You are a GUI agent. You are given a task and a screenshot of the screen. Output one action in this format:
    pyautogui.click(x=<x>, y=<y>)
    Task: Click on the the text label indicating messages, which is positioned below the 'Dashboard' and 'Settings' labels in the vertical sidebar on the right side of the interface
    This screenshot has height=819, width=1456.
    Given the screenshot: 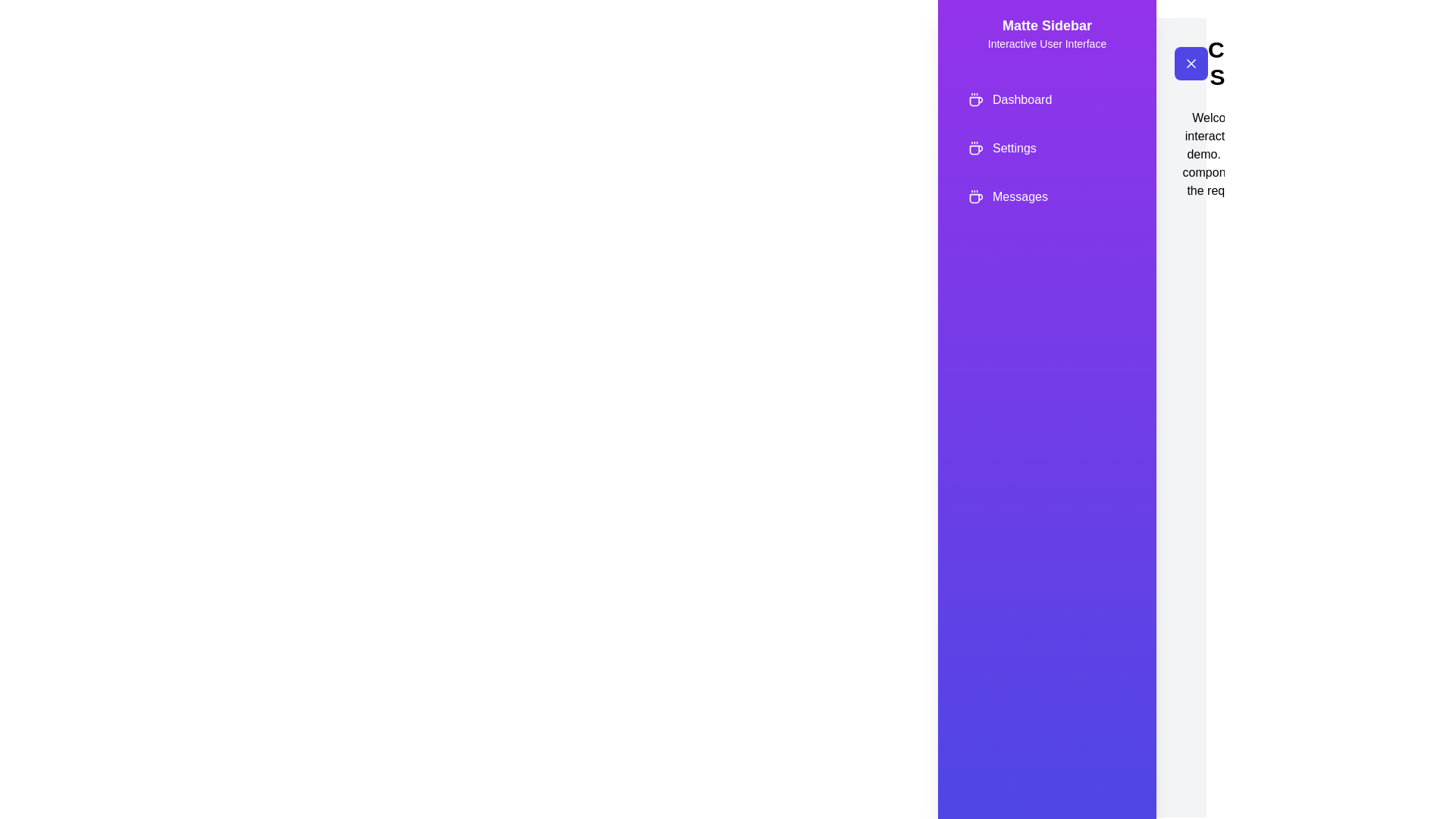 What is the action you would take?
    pyautogui.click(x=1020, y=196)
    